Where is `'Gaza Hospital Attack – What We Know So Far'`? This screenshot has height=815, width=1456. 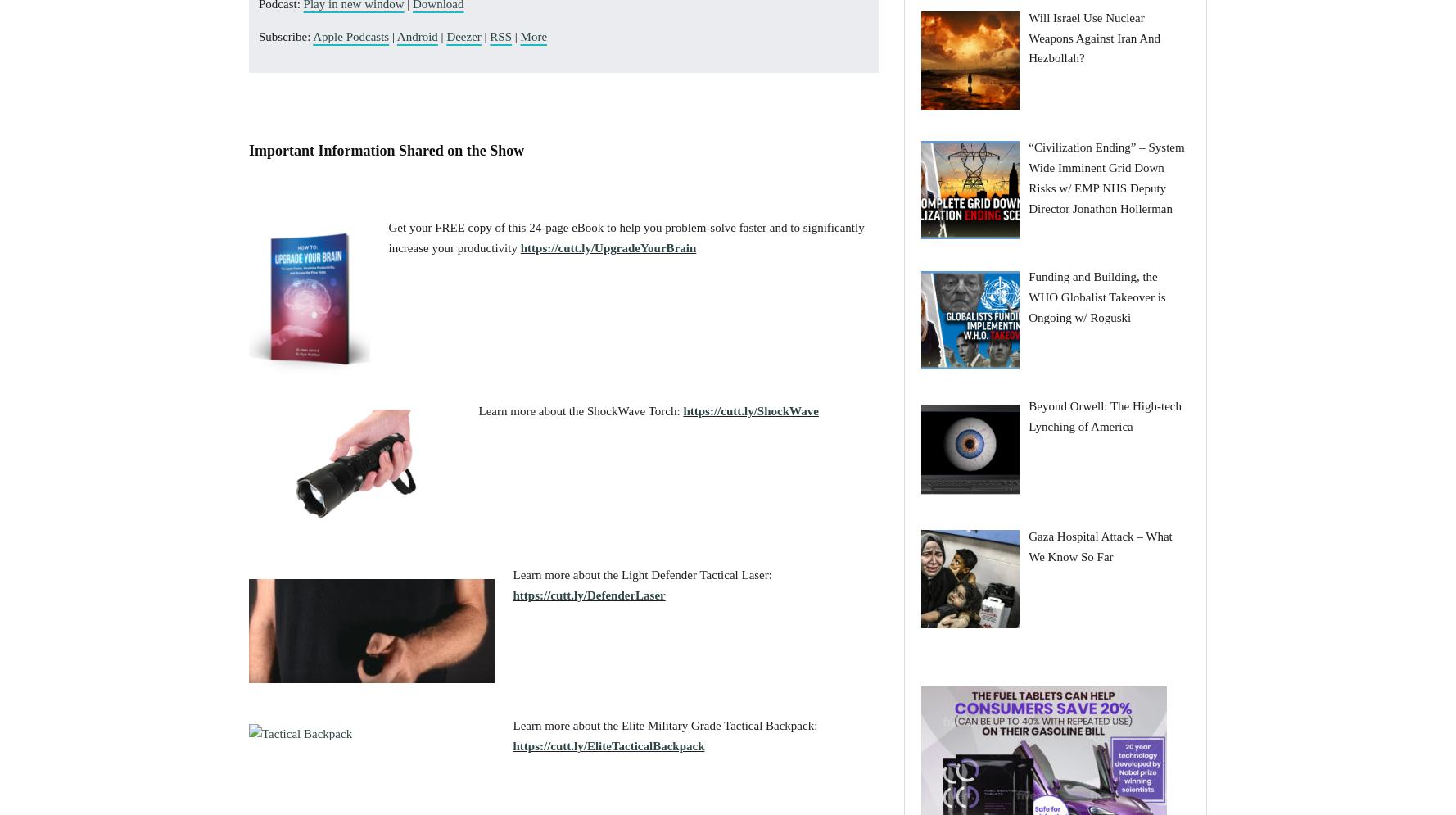 'Gaza Hospital Attack – What We Know So Far' is located at coordinates (1027, 545).